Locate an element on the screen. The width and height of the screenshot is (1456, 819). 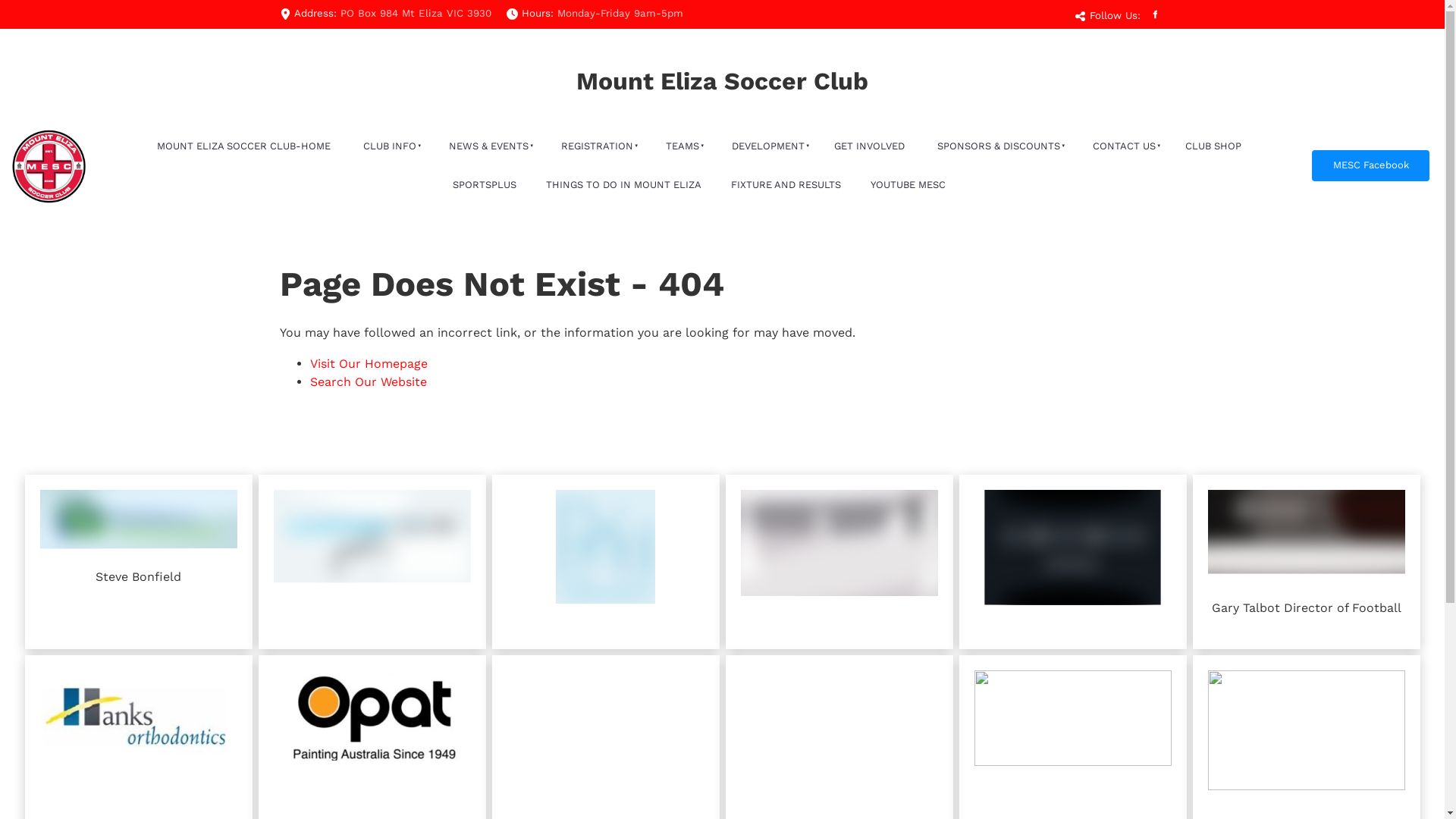
'TEAMS' is located at coordinates (679, 146).